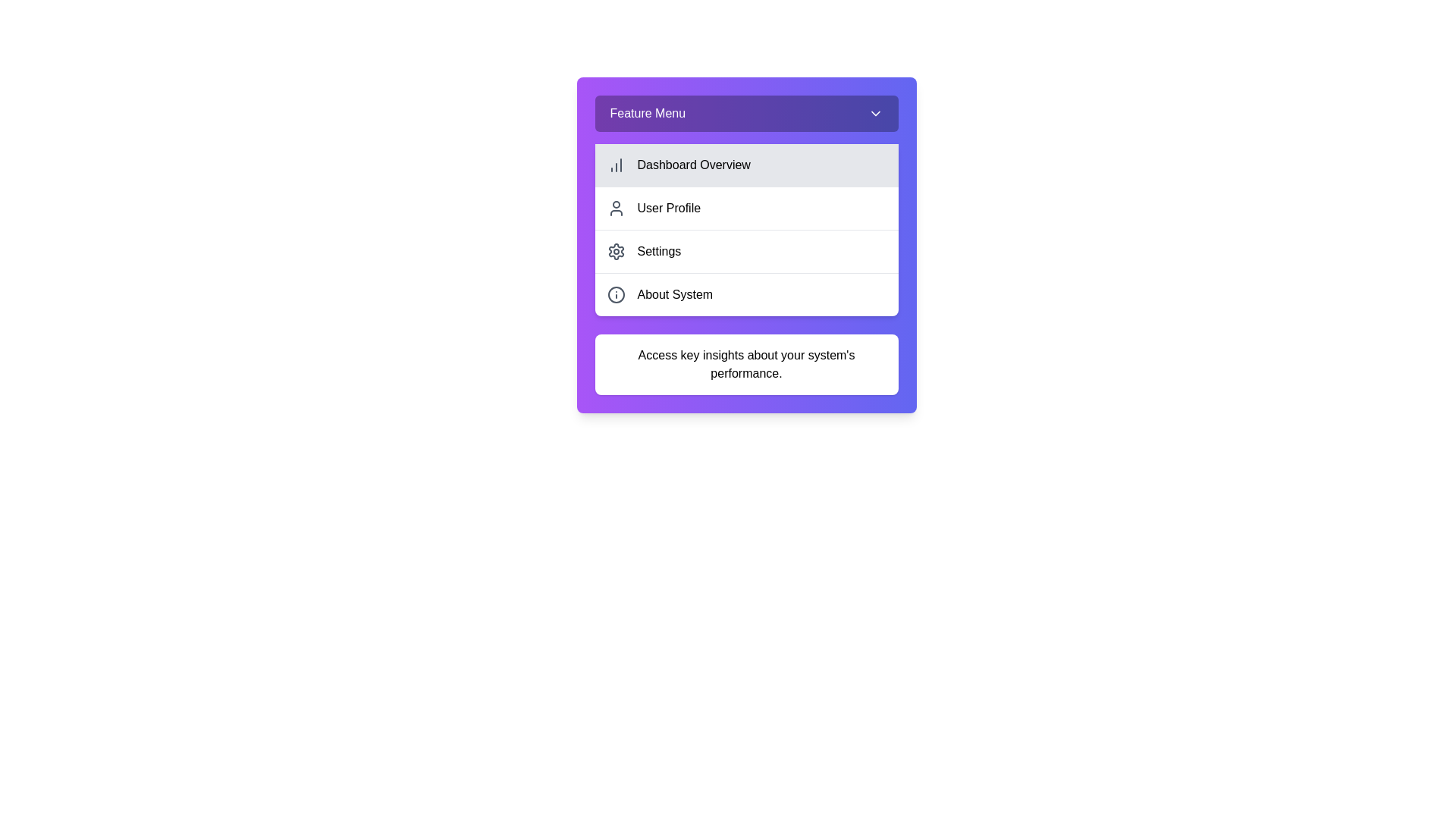 This screenshot has height=819, width=1456. I want to click on the 'About System' menu item, which is the fourth item in the vertical menu list below 'Settings', so click(746, 294).